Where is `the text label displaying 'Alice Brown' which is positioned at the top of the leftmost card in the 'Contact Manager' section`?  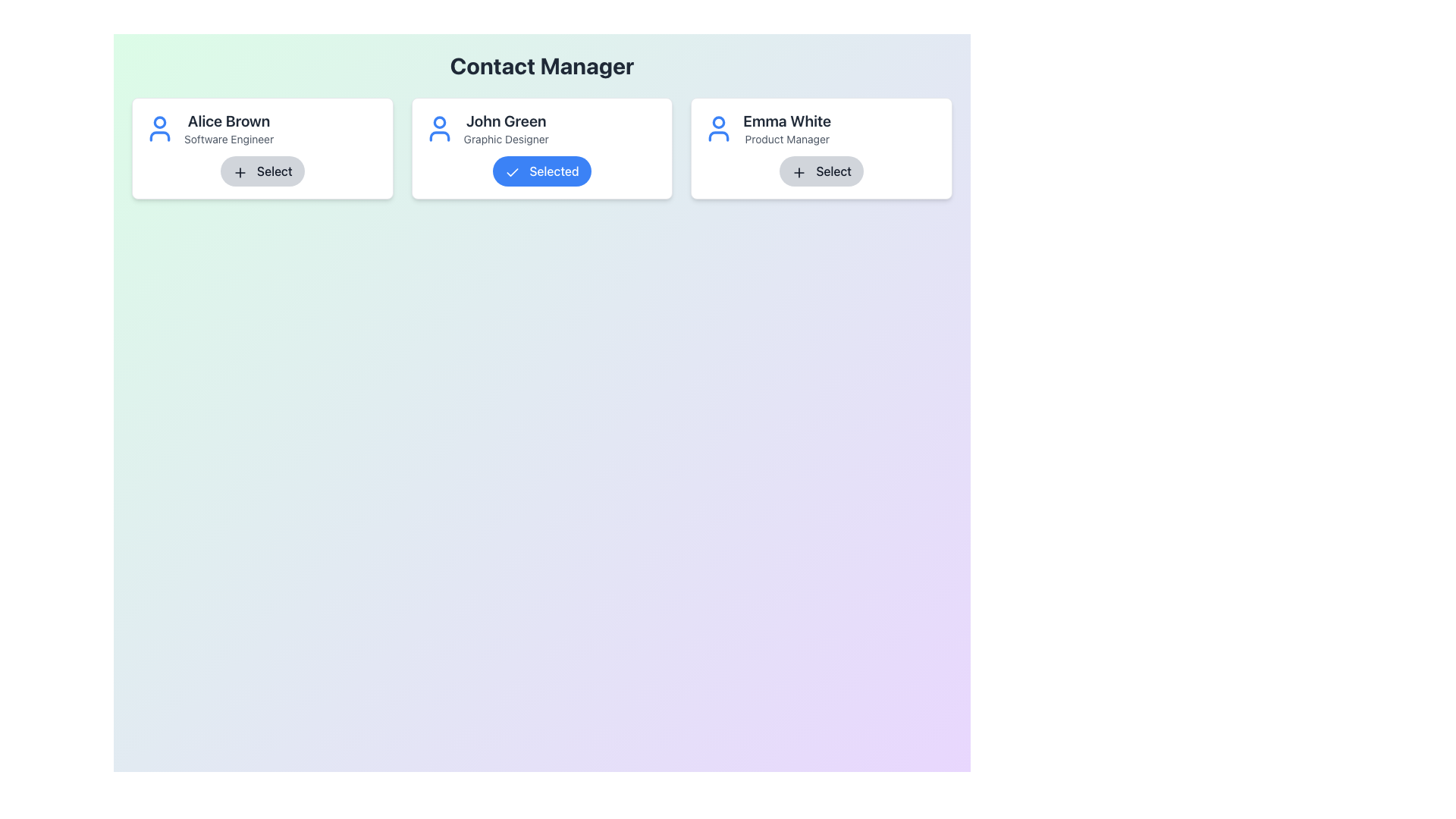 the text label displaying 'Alice Brown' which is positioned at the top of the leftmost card in the 'Contact Manager' section is located at coordinates (228, 120).